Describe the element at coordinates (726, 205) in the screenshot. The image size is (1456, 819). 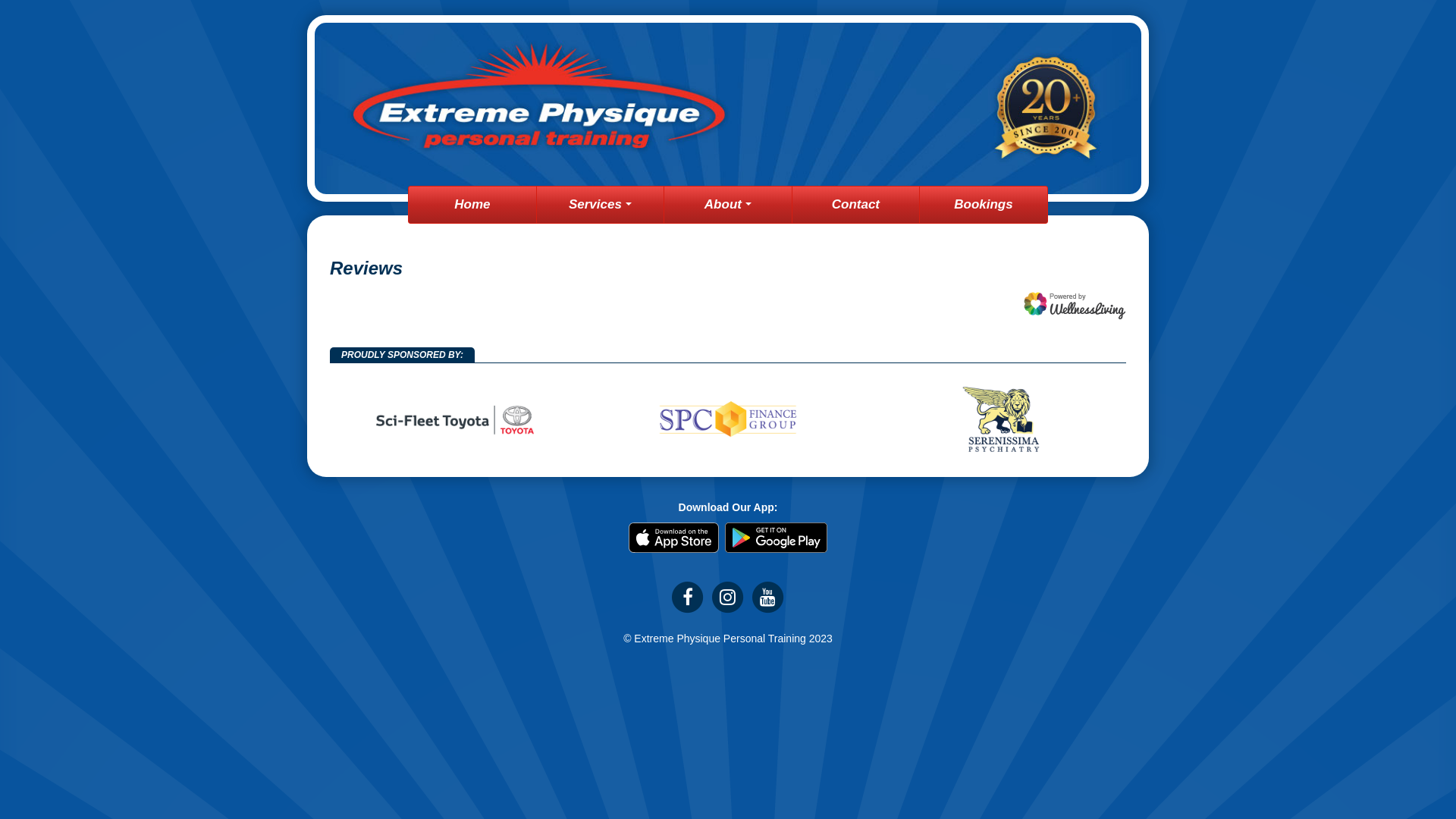
I see `'About'` at that location.